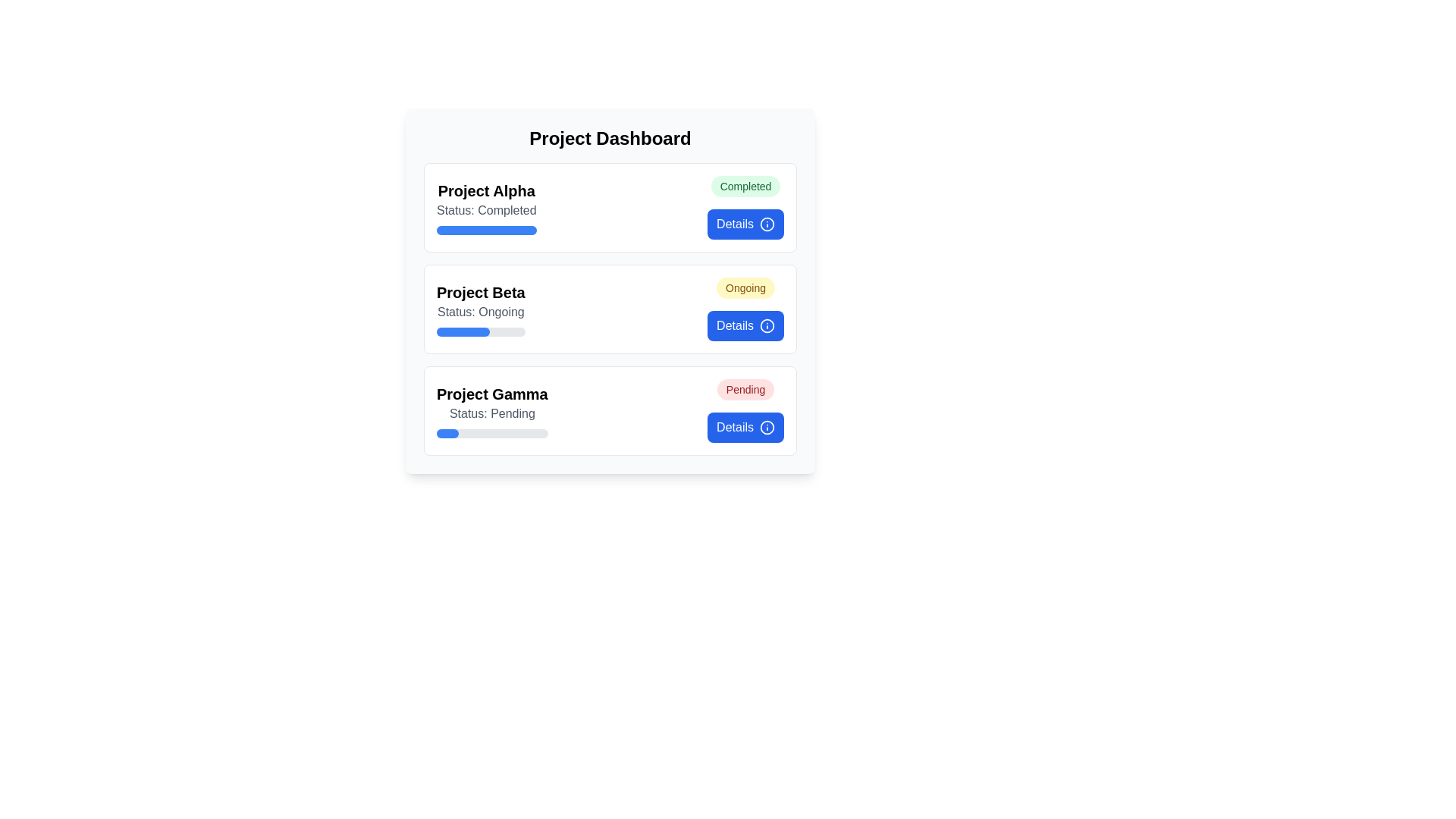  Describe the element at coordinates (767, 325) in the screenshot. I see `the information icon with a blue circular outline located at the right end of the 'Details' button for Project Beta` at that location.